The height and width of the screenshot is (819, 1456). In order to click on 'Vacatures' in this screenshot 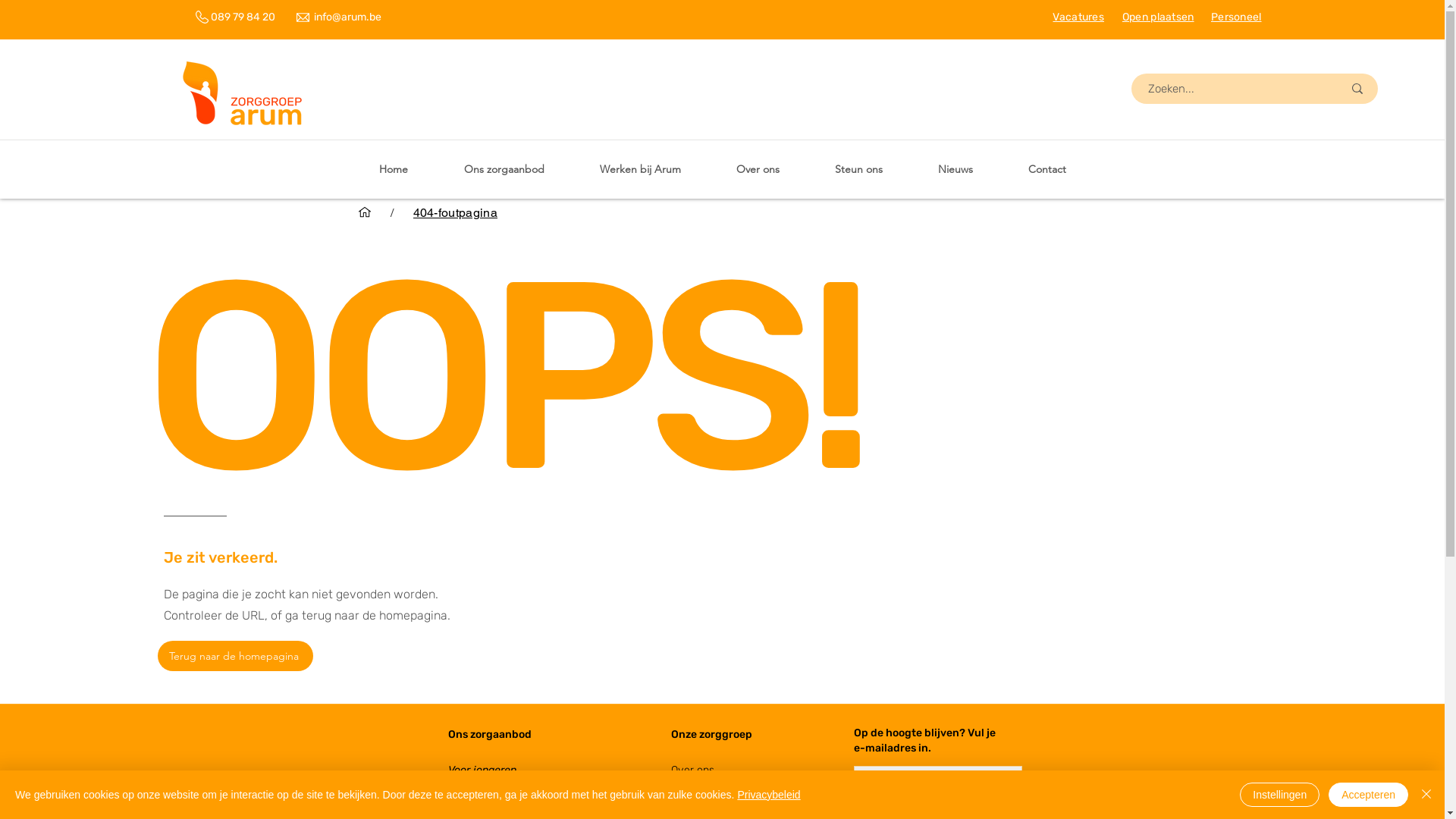, I will do `click(1077, 17)`.